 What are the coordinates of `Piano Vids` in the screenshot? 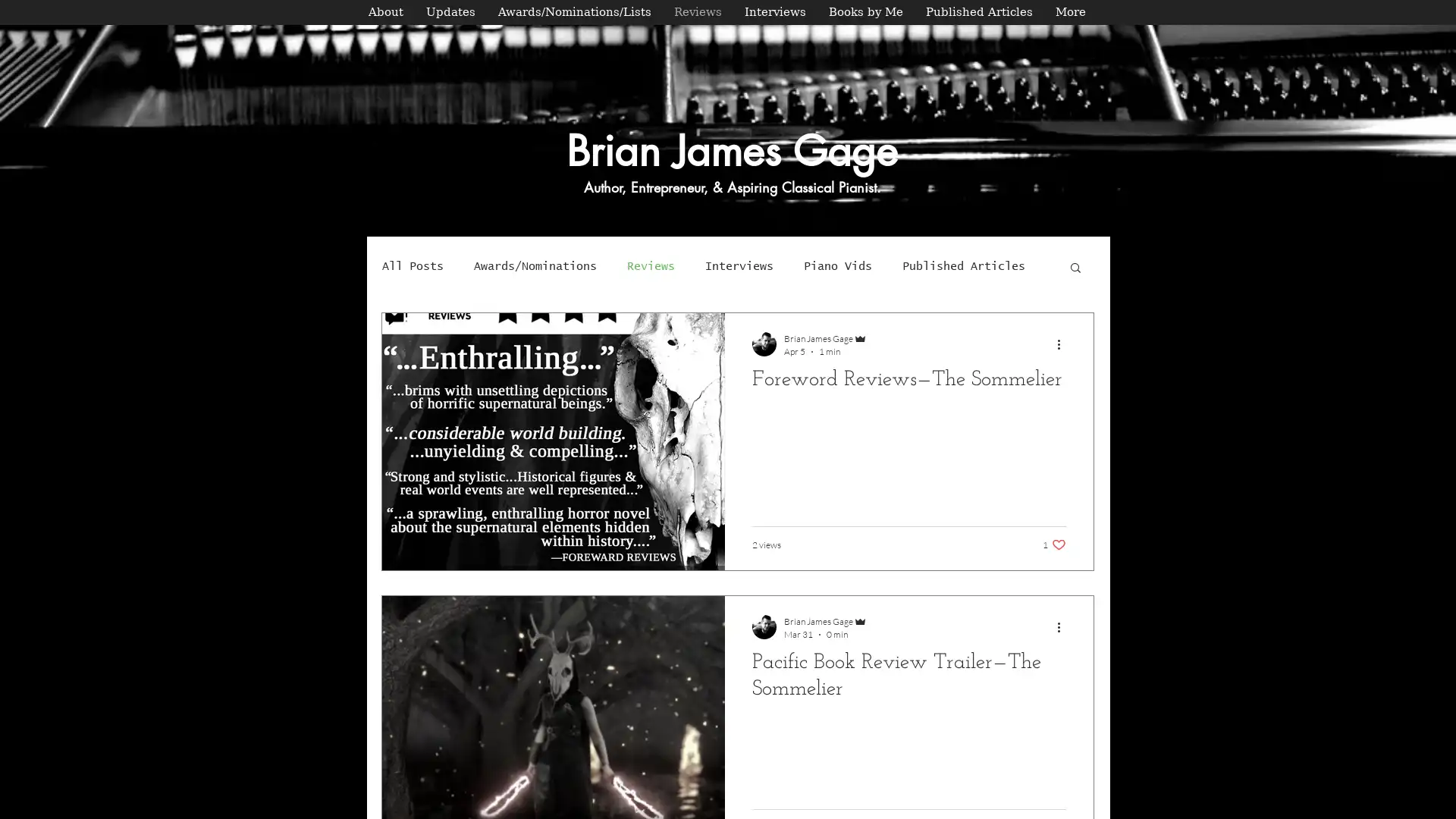 It's located at (836, 265).